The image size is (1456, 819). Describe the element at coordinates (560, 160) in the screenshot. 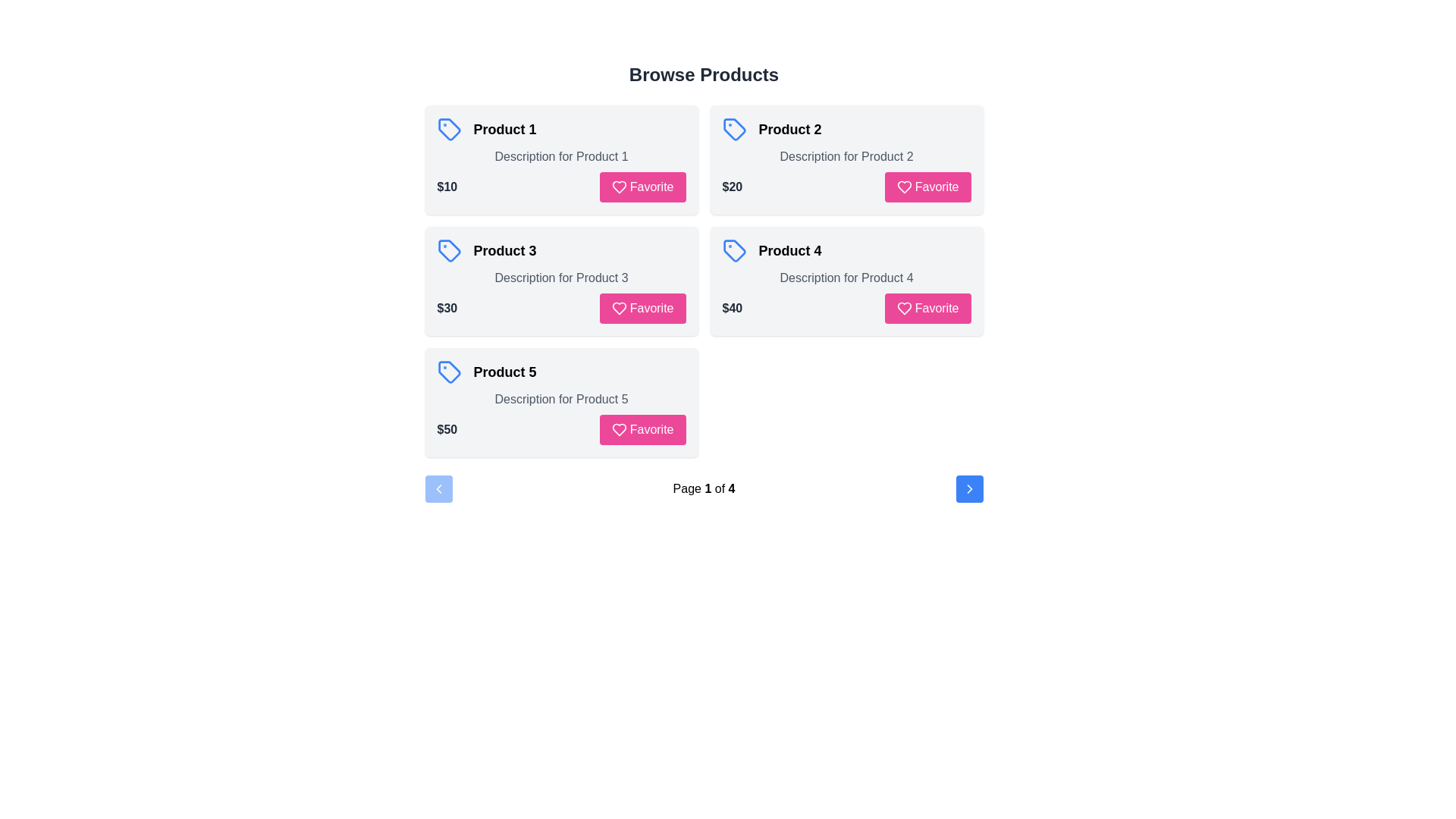

I see `product details from the first product card in the grid layout, which includes the product name, description, and price` at that location.